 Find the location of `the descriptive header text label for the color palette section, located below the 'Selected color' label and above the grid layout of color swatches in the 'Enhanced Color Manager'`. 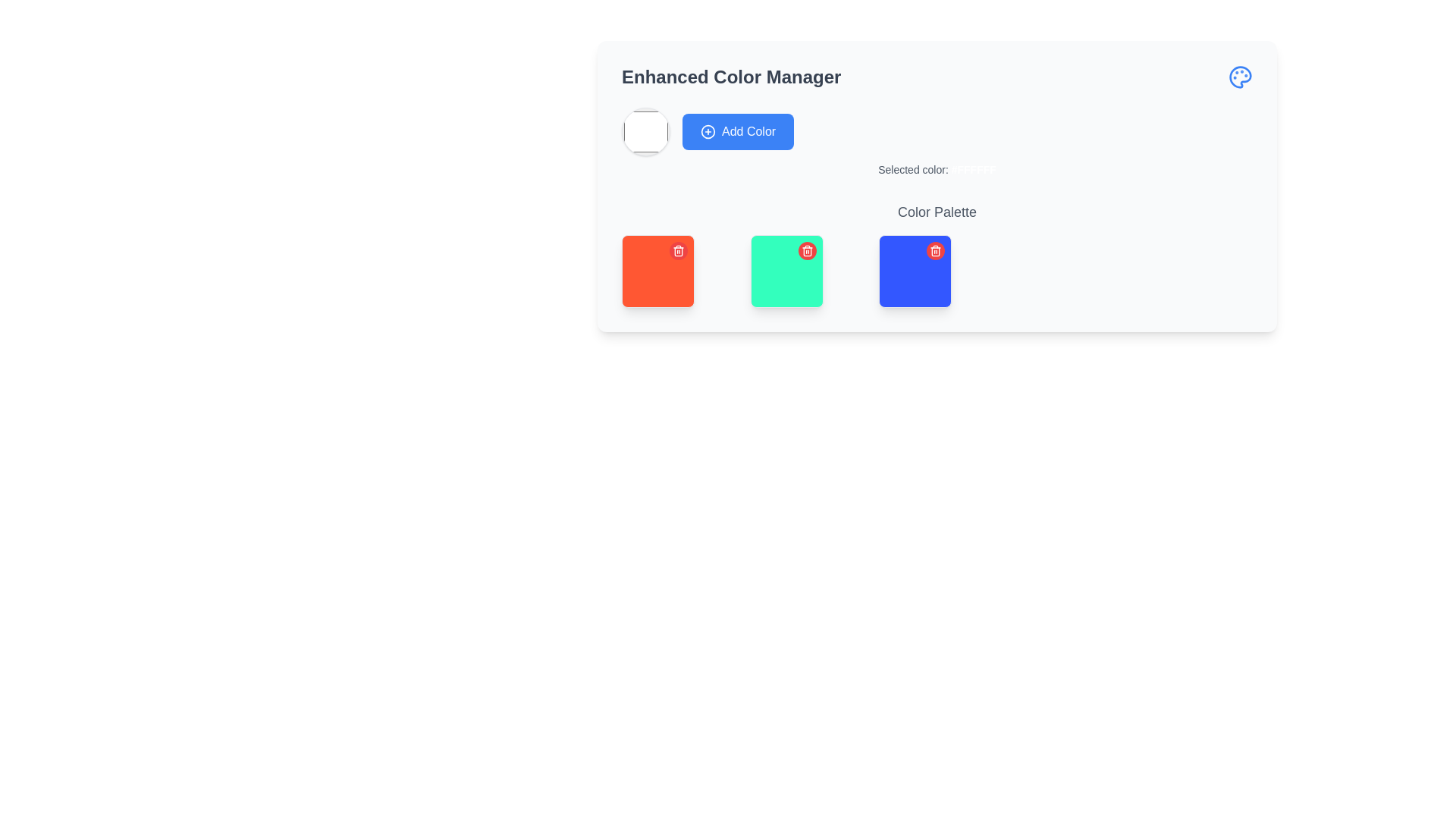

the descriptive header text label for the color palette section, located below the 'Selected color' label and above the grid layout of color swatches in the 'Enhanced Color Manager' is located at coordinates (937, 253).